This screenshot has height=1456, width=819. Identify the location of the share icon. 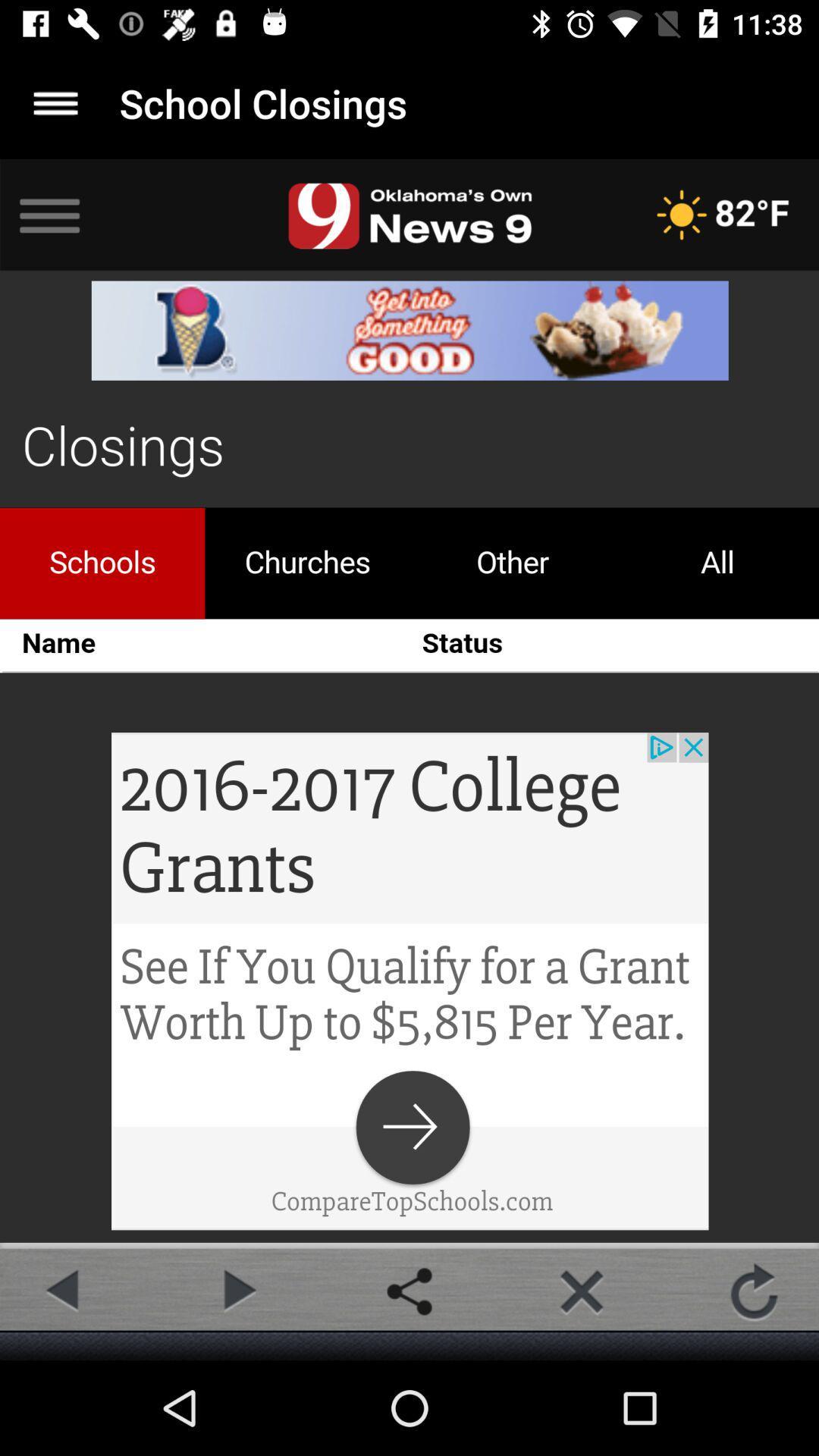
(409, 1291).